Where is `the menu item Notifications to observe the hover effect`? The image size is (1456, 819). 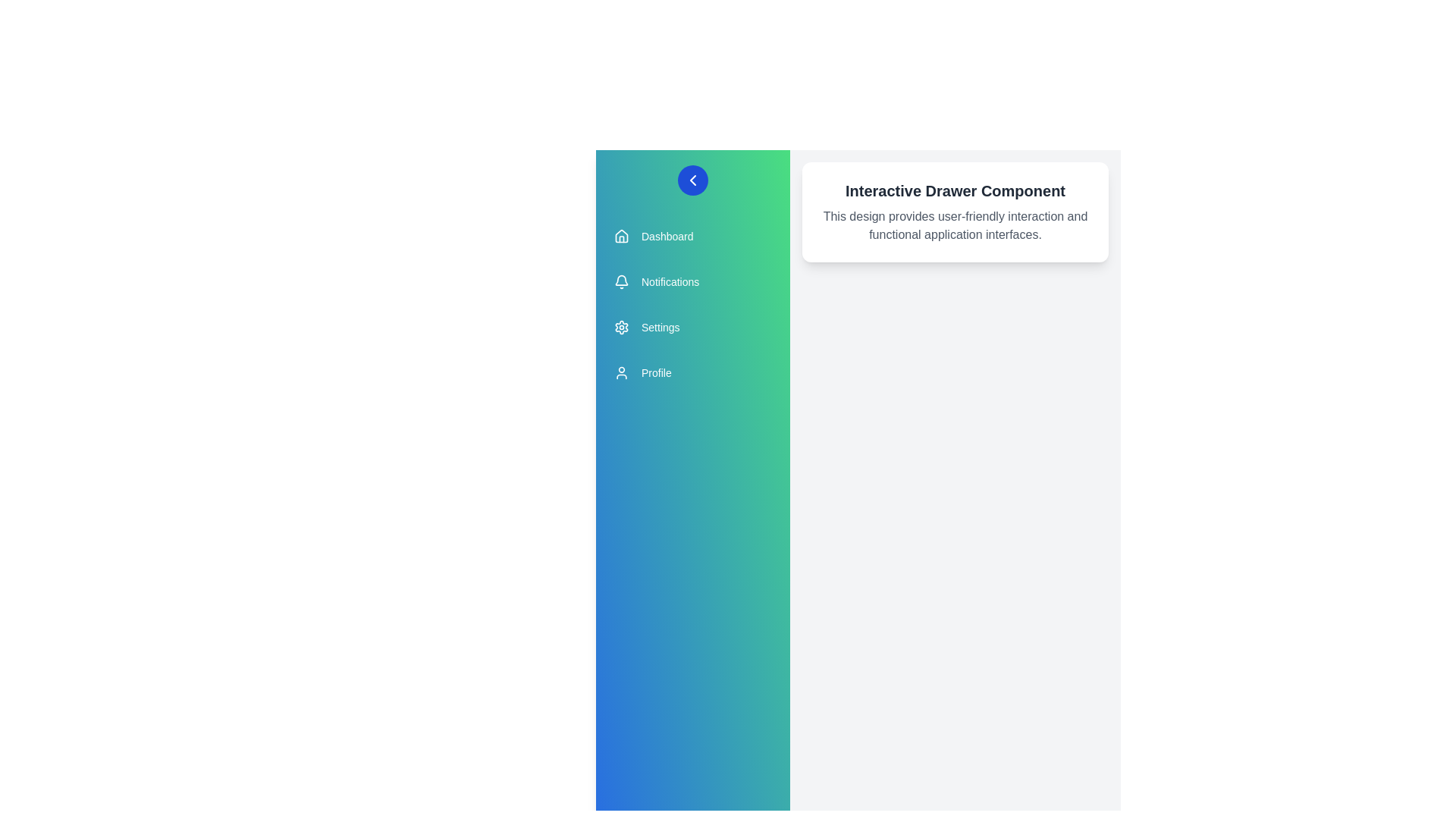
the menu item Notifications to observe the hover effect is located at coordinates (692, 281).